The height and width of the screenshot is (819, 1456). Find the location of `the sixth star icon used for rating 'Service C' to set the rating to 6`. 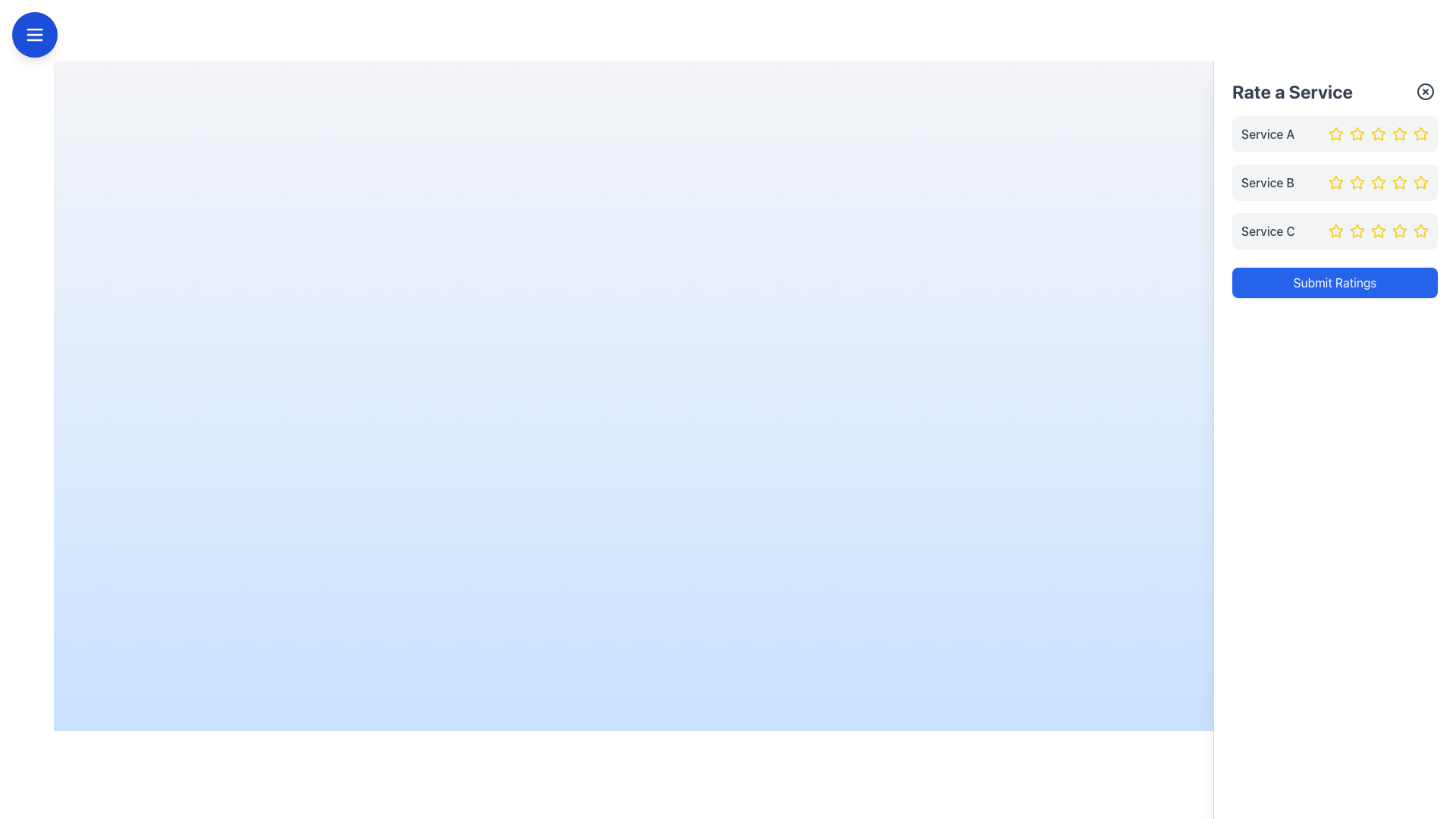

the sixth star icon used for rating 'Service C' to set the rating to 6 is located at coordinates (1399, 231).